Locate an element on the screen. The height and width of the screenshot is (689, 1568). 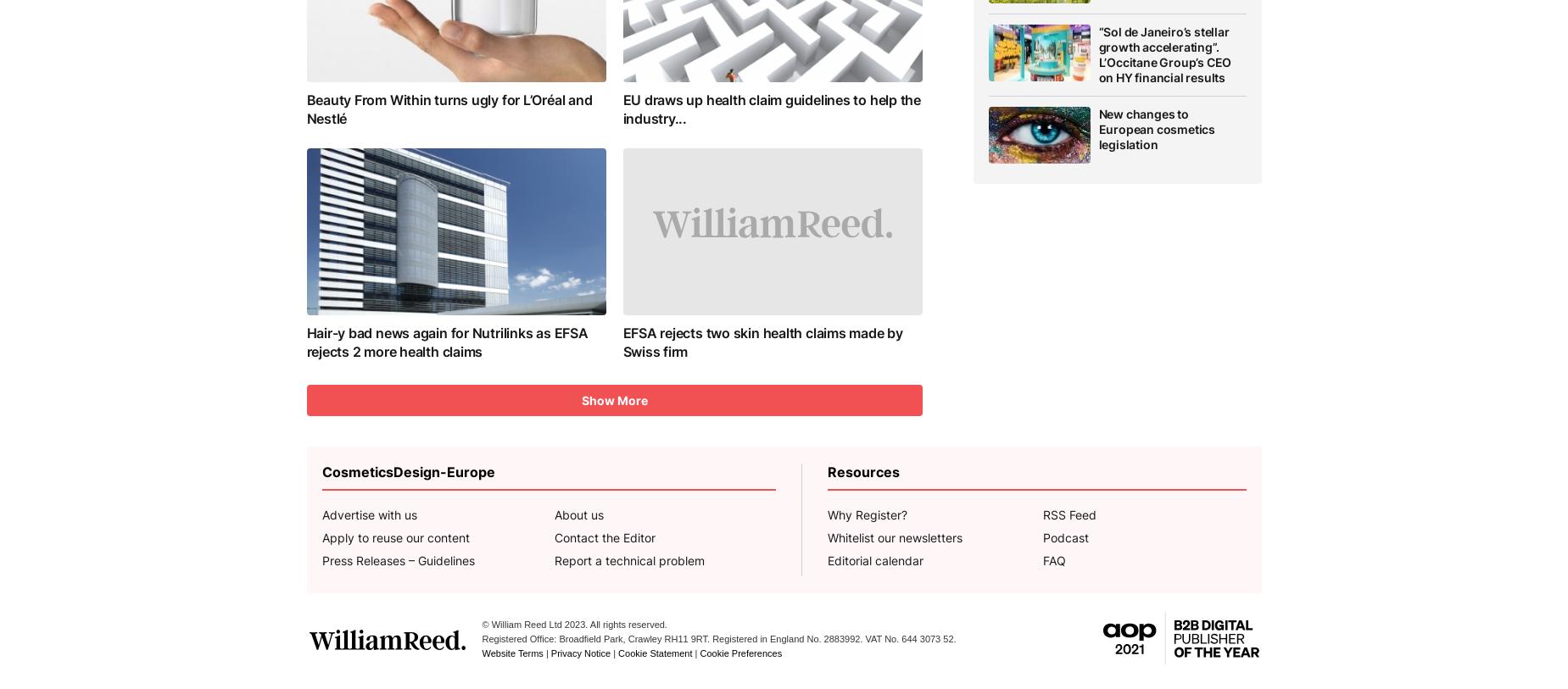
'New changes to European cosmetics legislation' is located at coordinates (1156, 127).